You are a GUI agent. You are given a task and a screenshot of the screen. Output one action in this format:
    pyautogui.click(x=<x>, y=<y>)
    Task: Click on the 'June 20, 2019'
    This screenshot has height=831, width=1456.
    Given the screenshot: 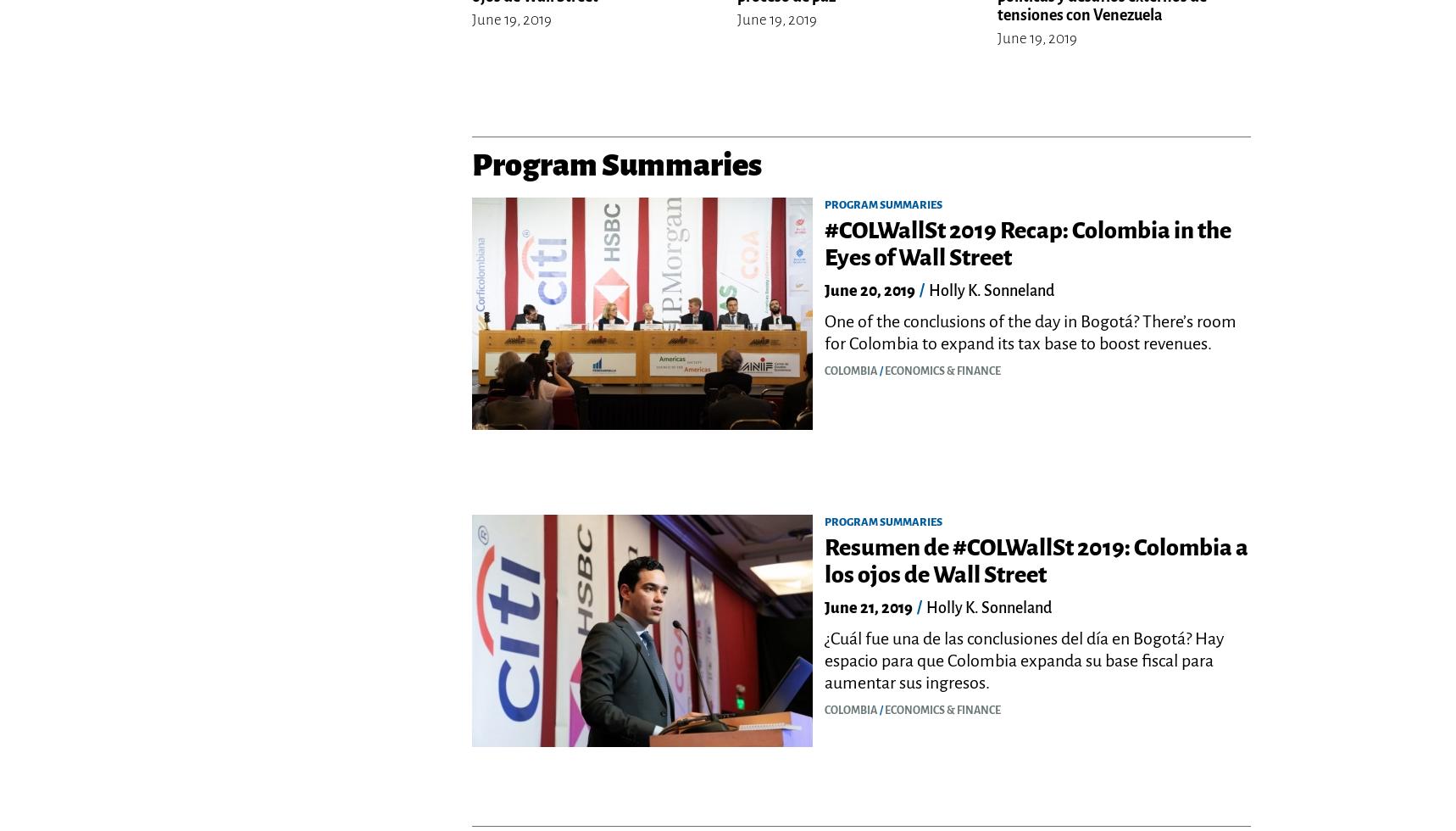 What is the action you would take?
    pyautogui.click(x=870, y=290)
    